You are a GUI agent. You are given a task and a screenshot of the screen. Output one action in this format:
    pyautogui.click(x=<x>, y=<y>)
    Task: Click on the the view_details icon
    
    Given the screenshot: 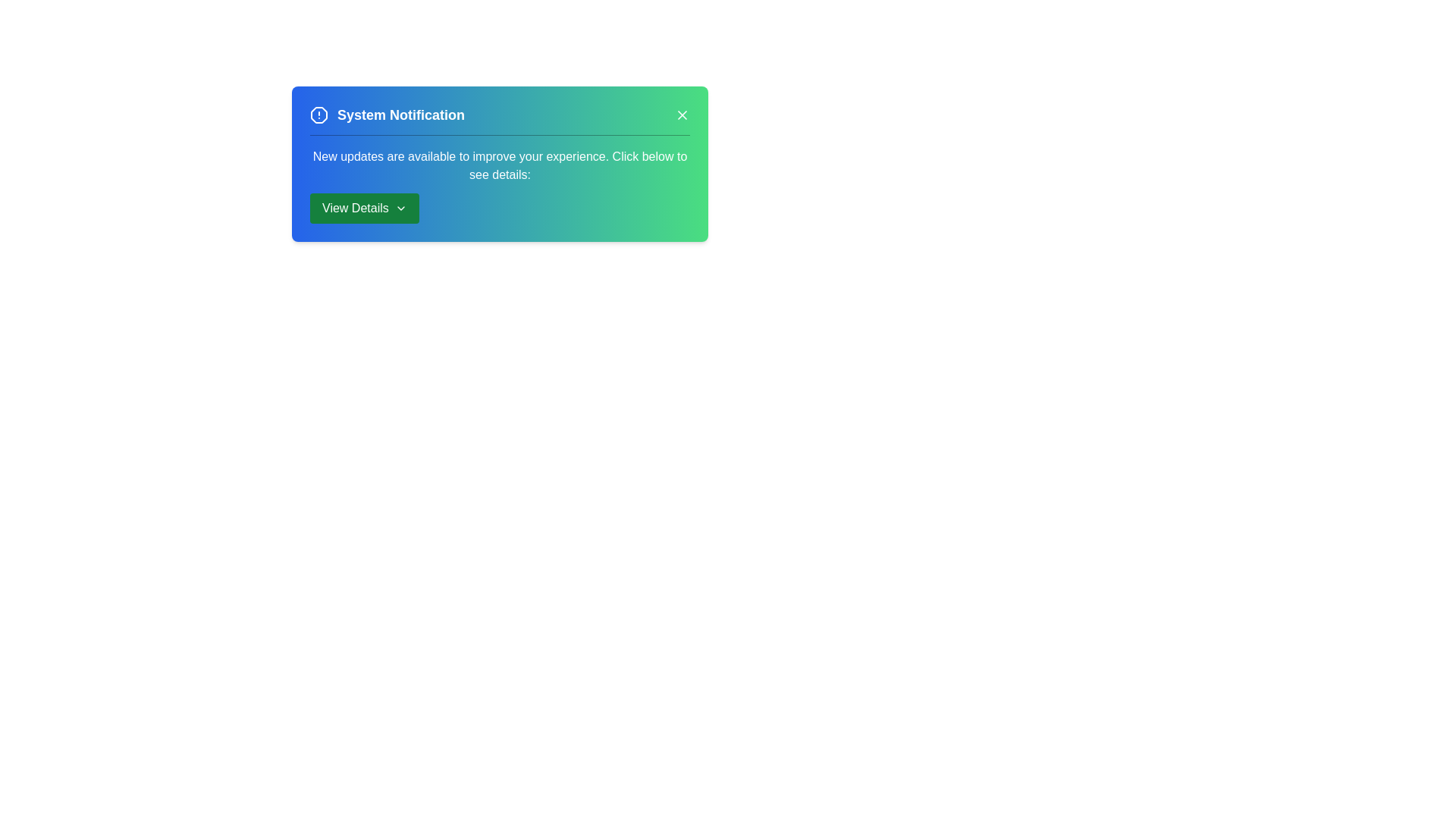 What is the action you would take?
    pyautogui.click(x=364, y=208)
    